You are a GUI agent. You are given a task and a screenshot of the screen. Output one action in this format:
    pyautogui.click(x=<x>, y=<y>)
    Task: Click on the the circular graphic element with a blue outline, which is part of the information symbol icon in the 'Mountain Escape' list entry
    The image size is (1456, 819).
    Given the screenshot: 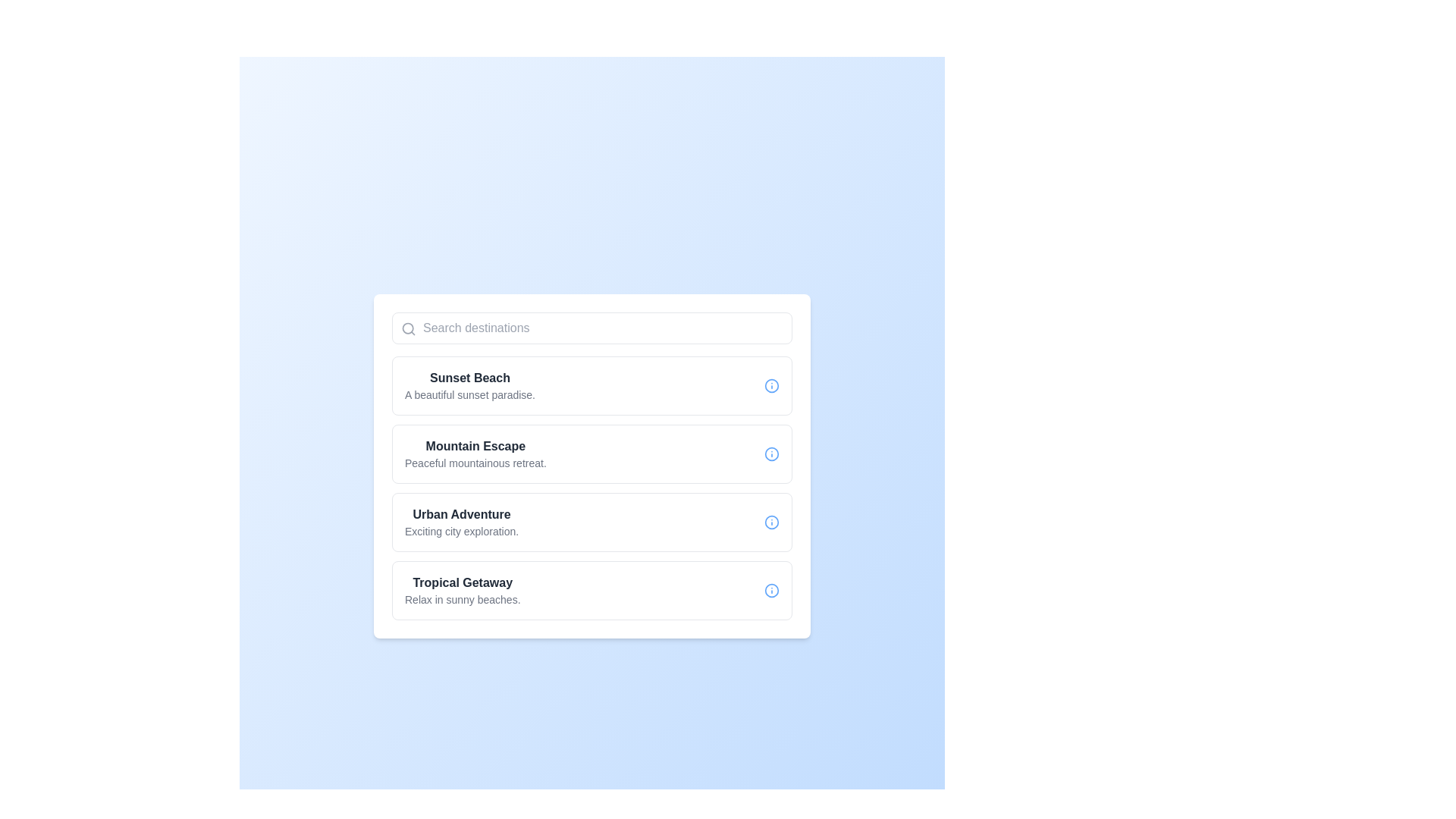 What is the action you would take?
    pyautogui.click(x=771, y=453)
    